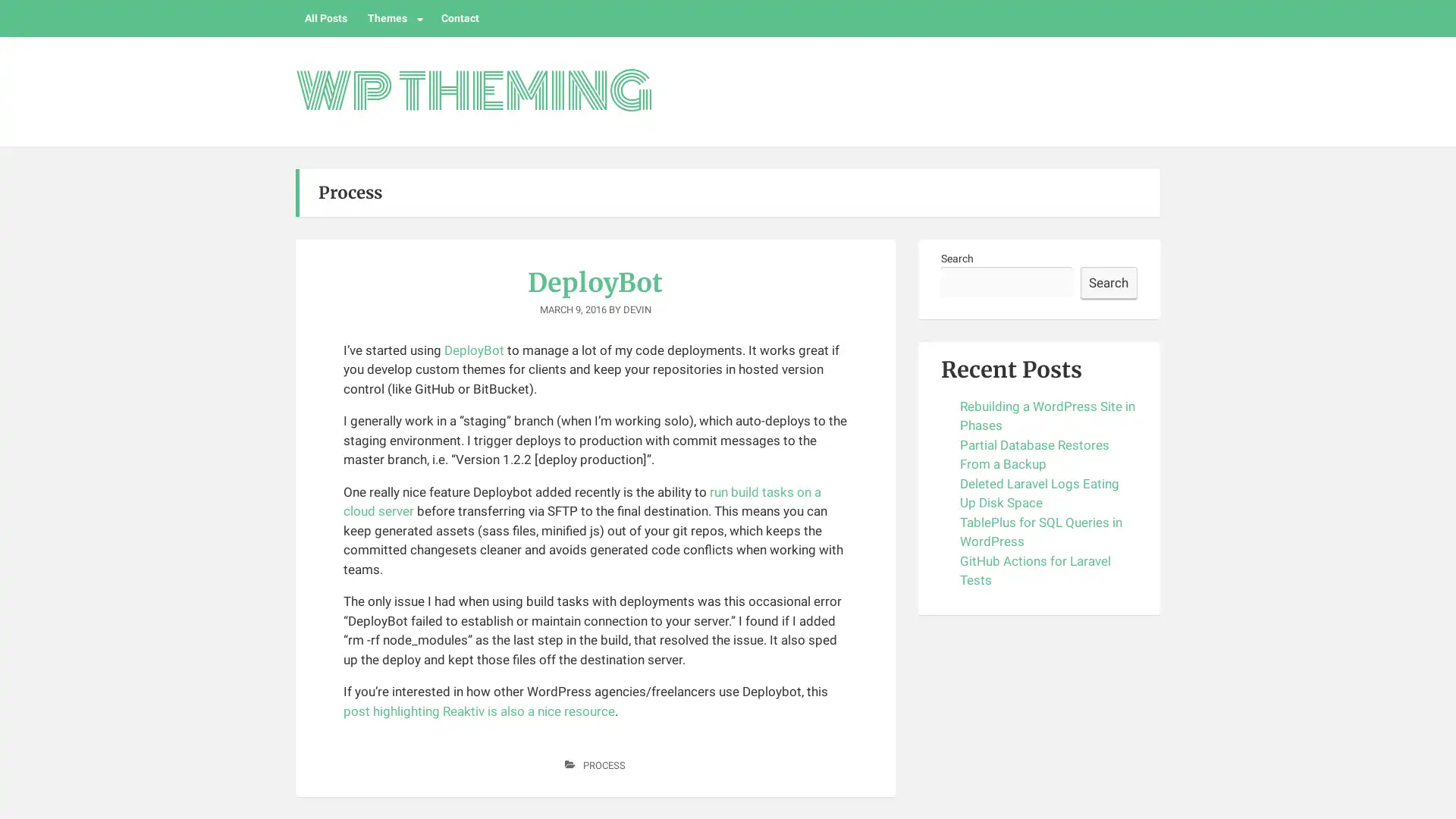  What do you see at coordinates (1109, 283) in the screenshot?
I see `Search` at bounding box center [1109, 283].